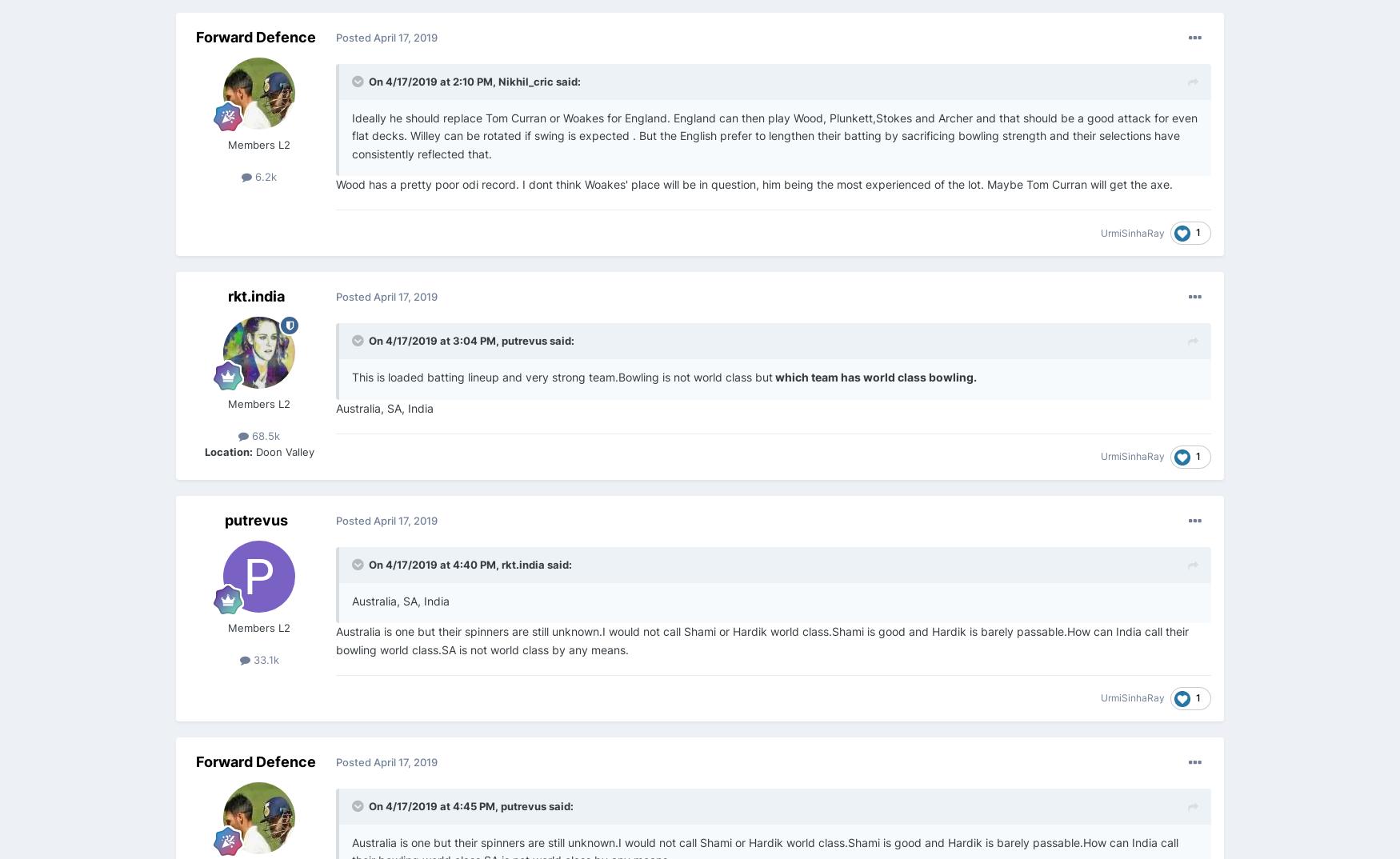 This screenshot has height=859, width=1400. Describe the element at coordinates (351, 135) in the screenshot. I see `'Ideally he should replace Tom Curran or Woakes for England. England can then play Wood, Plunkett,Stokes and Archer and that should be a good attack for even flat decks. Willey can be rotated if swing is expected . But the English prefer to lengthen their batting by sacrificing bowling strength and their selections have consistently reflected that.'` at that location.